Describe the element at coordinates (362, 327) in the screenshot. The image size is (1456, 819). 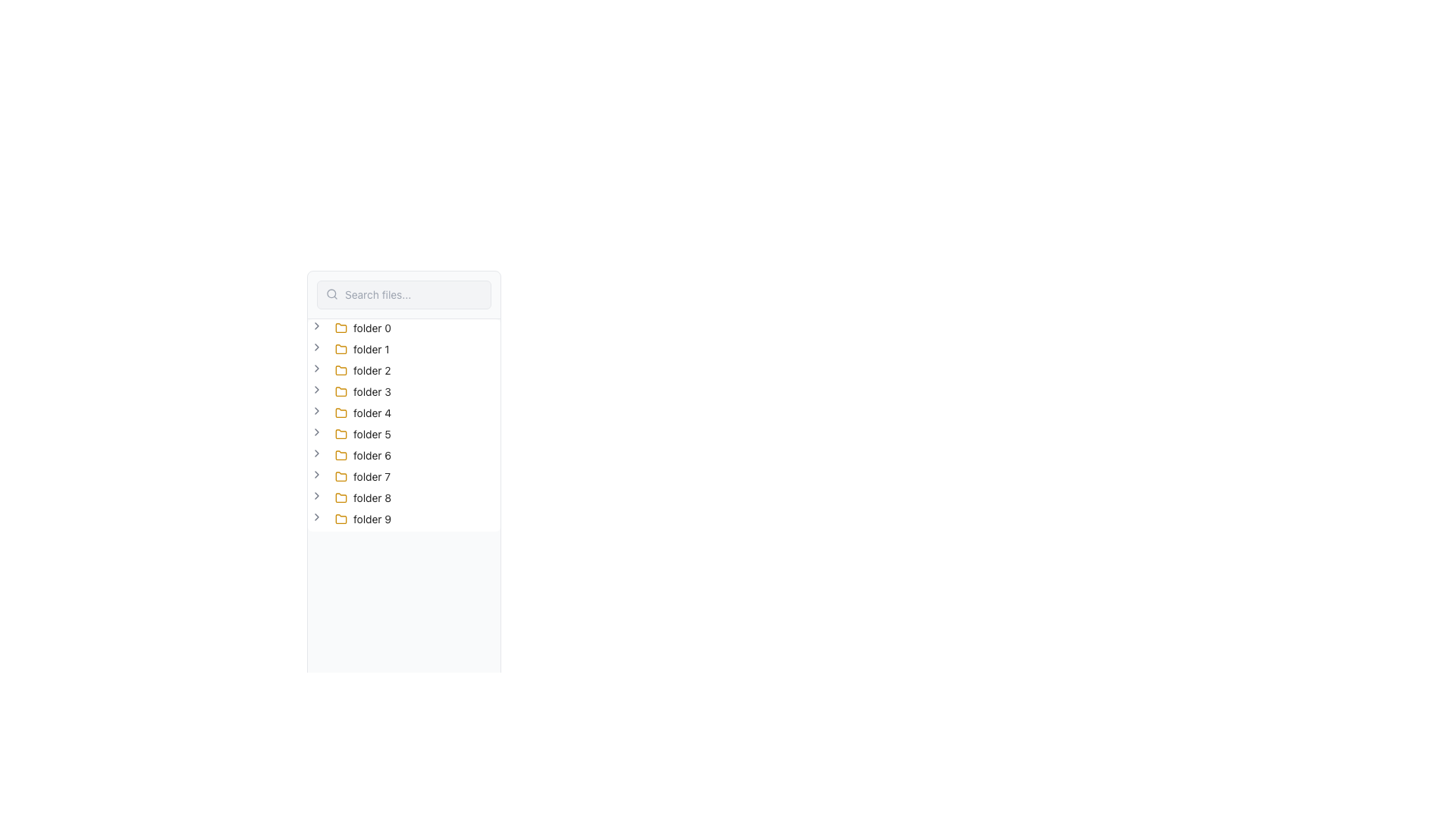
I see `the folder labeled 'folder 0'` at that location.